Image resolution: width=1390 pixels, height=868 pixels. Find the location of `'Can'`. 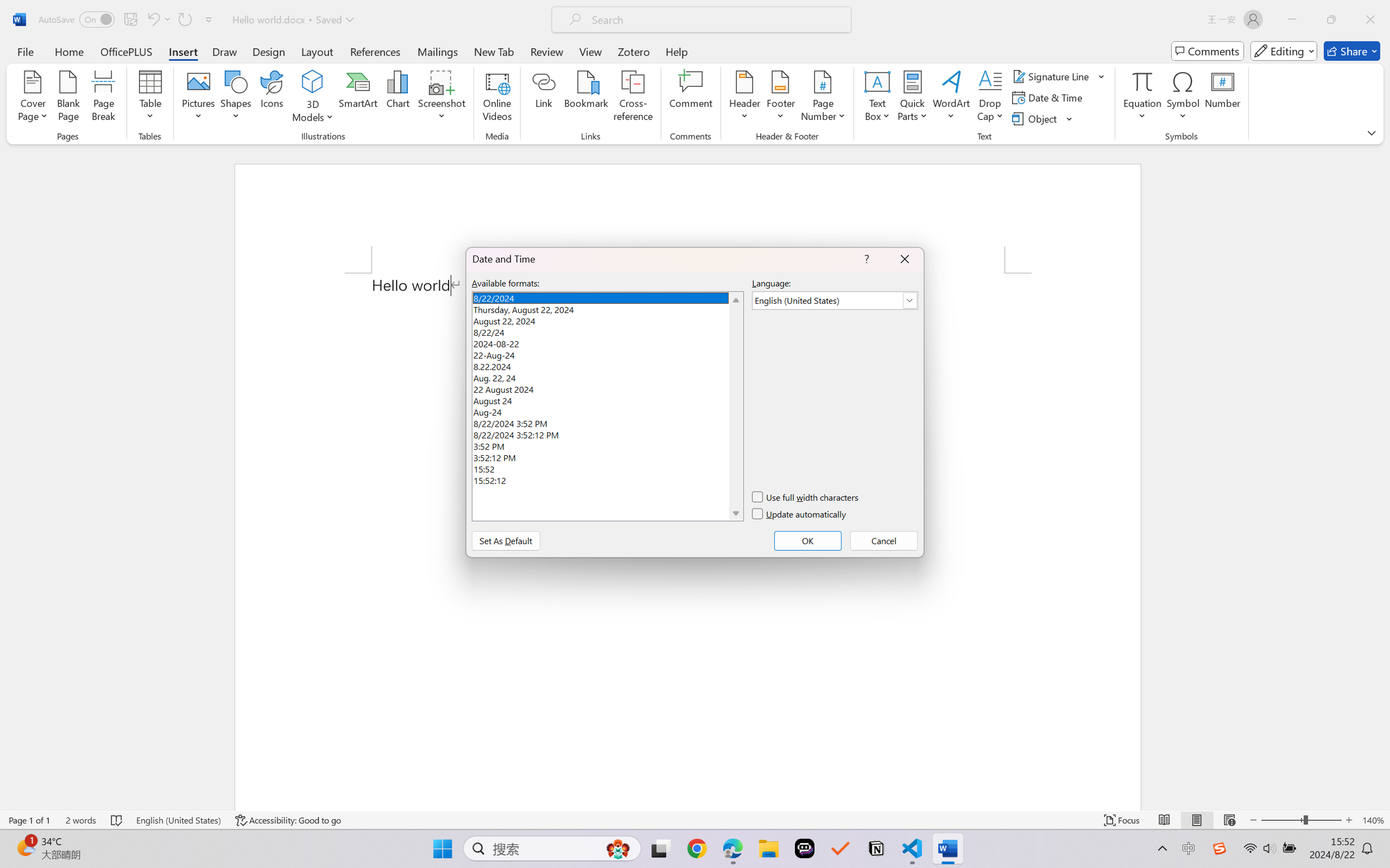

'Can' is located at coordinates (157, 19).